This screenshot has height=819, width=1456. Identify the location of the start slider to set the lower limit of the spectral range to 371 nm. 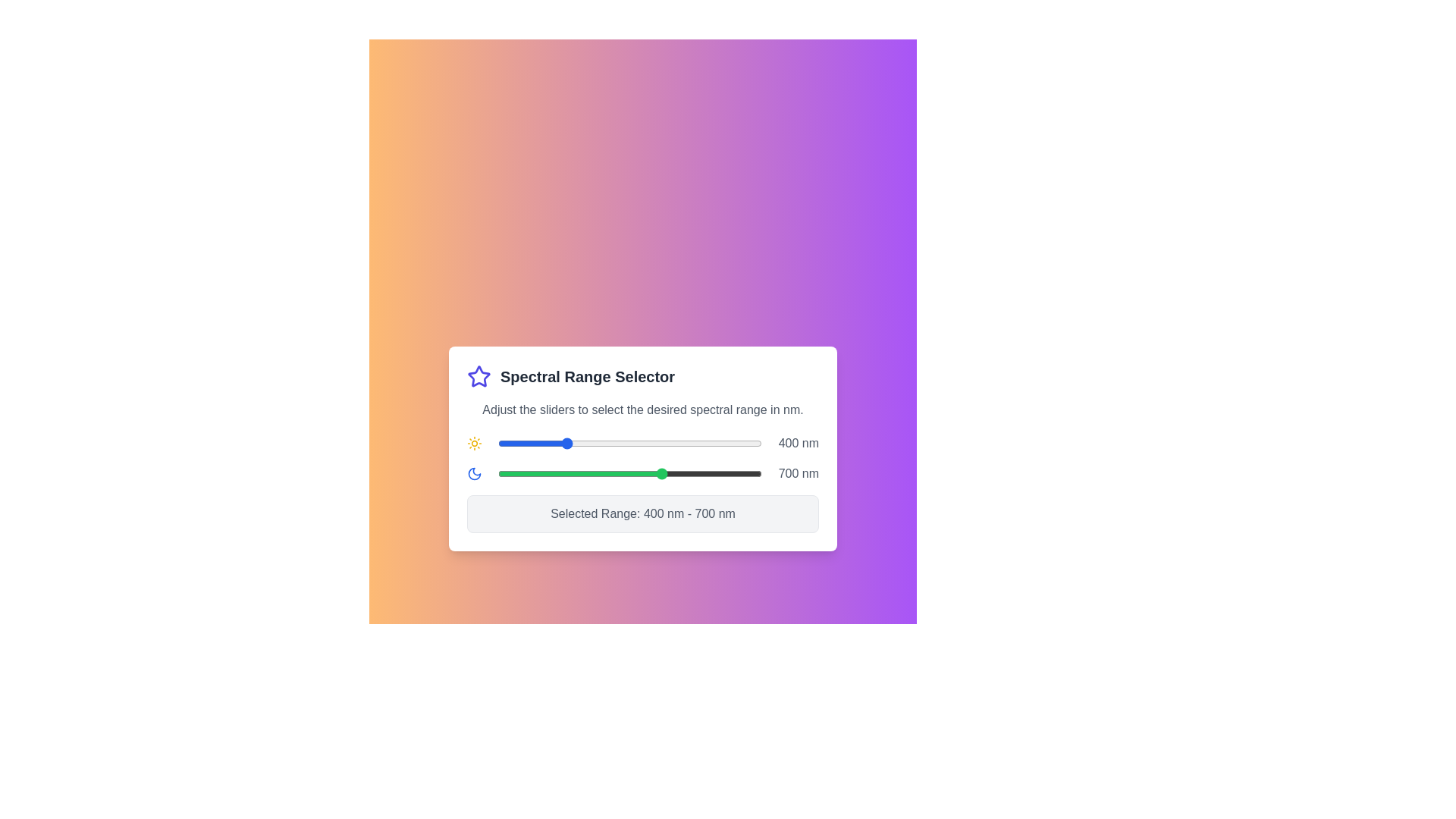
(554, 444).